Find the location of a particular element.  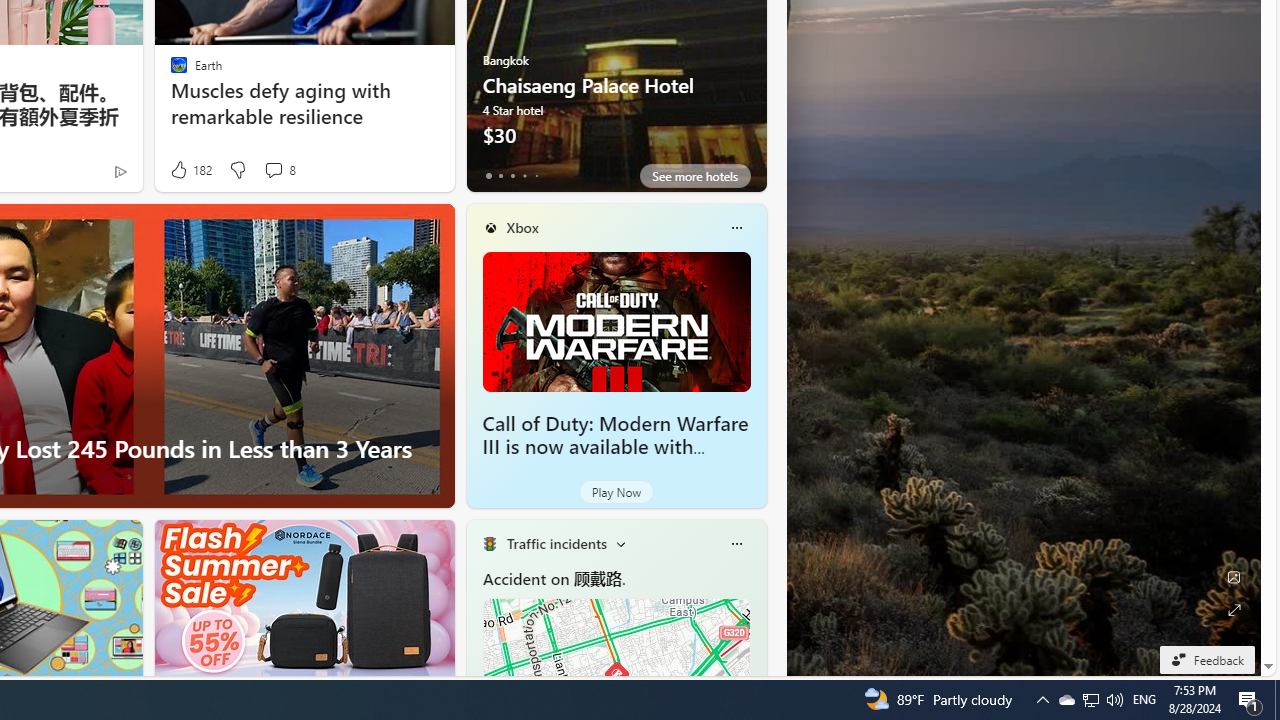

'Dislike' is located at coordinates (237, 169).